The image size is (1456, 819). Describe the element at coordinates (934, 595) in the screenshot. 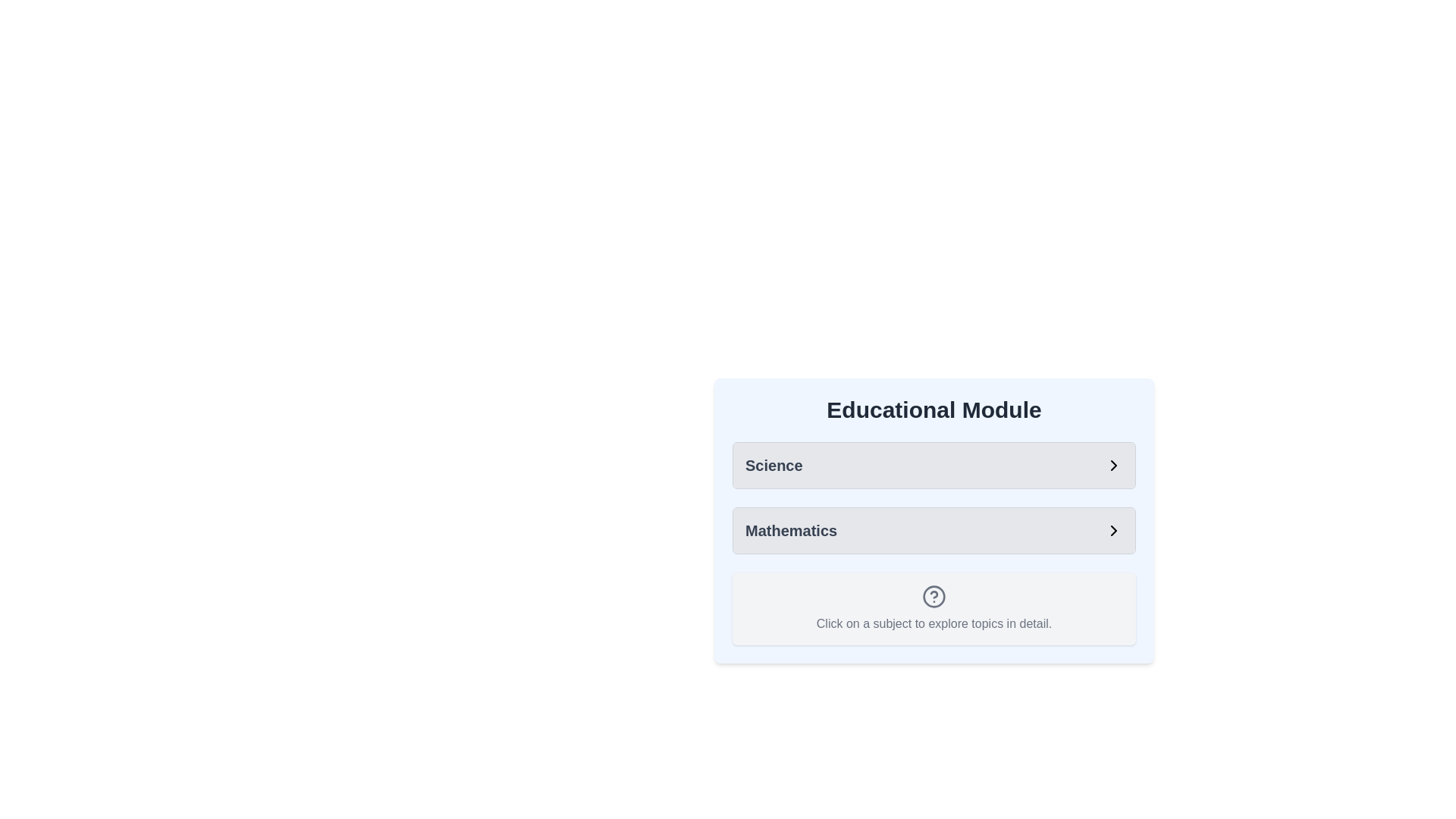

I see `the decorative SVG circle element that is part of the help or information symbol located below the 'Mathematics' selection and above the informational text` at that location.